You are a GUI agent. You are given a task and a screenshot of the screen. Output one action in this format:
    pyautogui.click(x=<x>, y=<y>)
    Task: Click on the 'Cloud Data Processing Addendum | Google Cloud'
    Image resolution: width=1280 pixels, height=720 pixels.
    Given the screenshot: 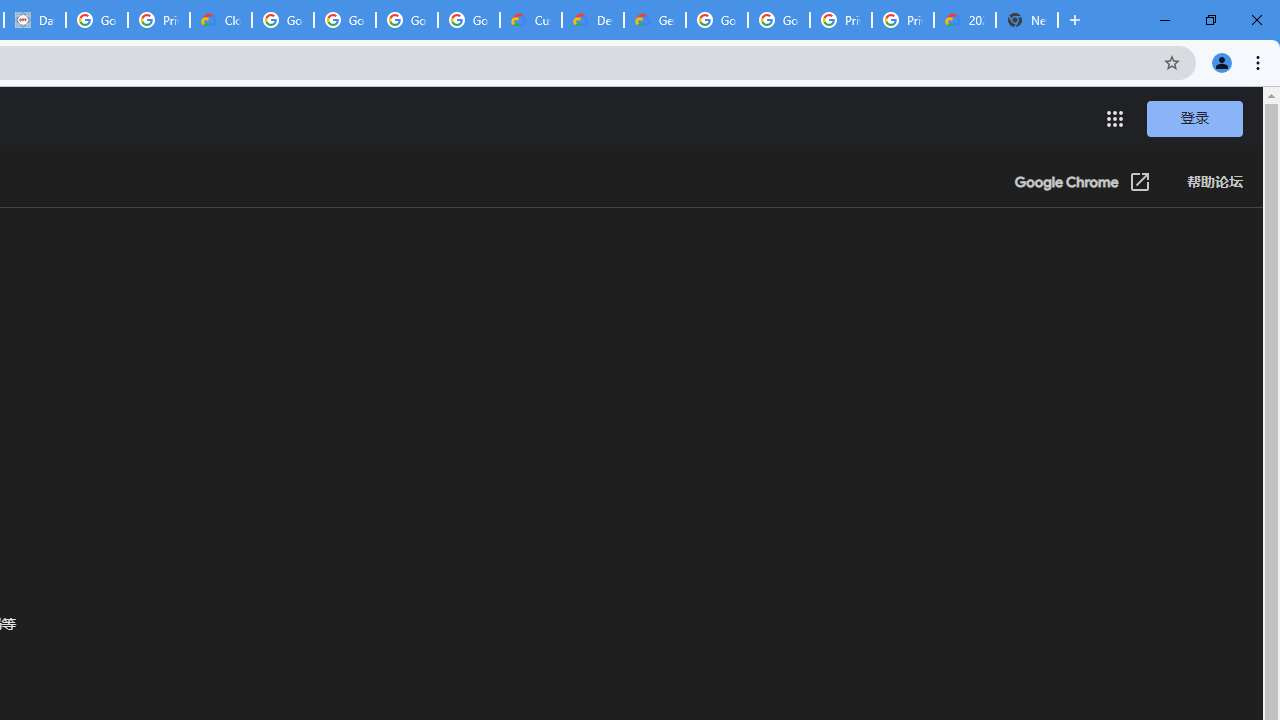 What is the action you would take?
    pyautogui.click(x=220, y=20)
    